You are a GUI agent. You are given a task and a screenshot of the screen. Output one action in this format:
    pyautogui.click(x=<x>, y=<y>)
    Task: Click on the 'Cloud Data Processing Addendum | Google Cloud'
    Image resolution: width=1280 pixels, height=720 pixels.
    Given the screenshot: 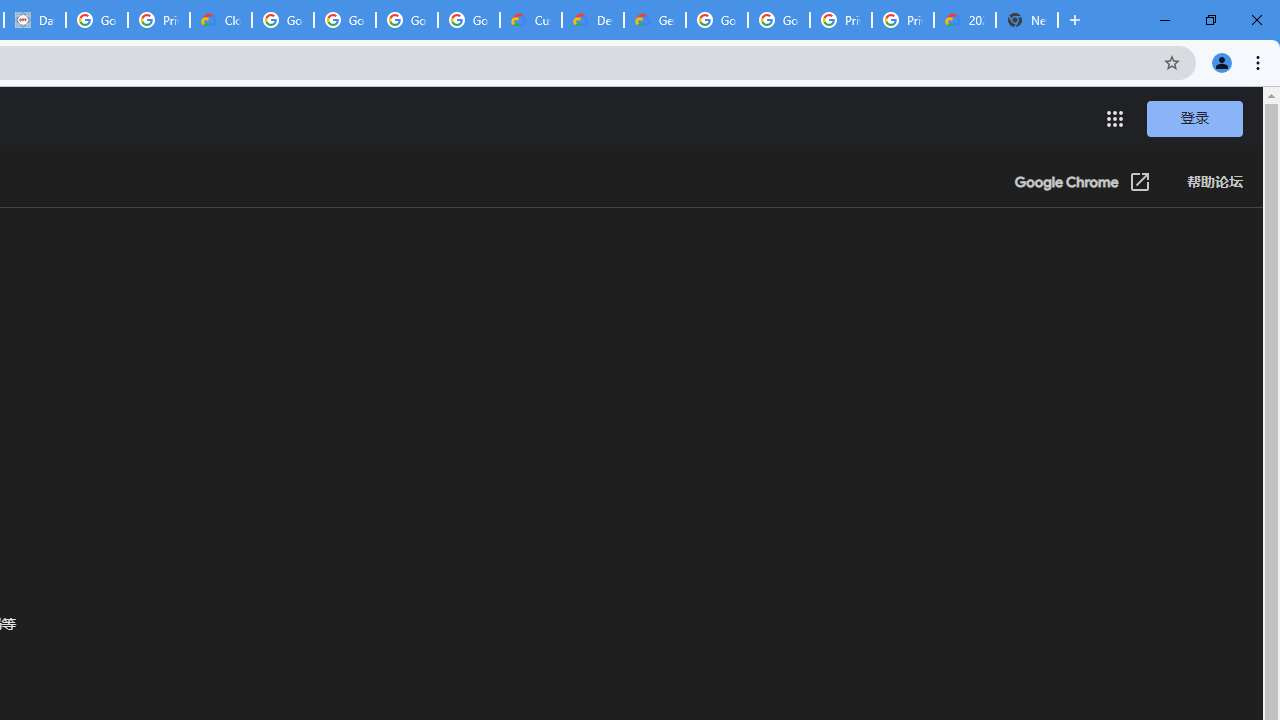 What is the action you would take?
    pyautogui.click(x=220, y=20)
    